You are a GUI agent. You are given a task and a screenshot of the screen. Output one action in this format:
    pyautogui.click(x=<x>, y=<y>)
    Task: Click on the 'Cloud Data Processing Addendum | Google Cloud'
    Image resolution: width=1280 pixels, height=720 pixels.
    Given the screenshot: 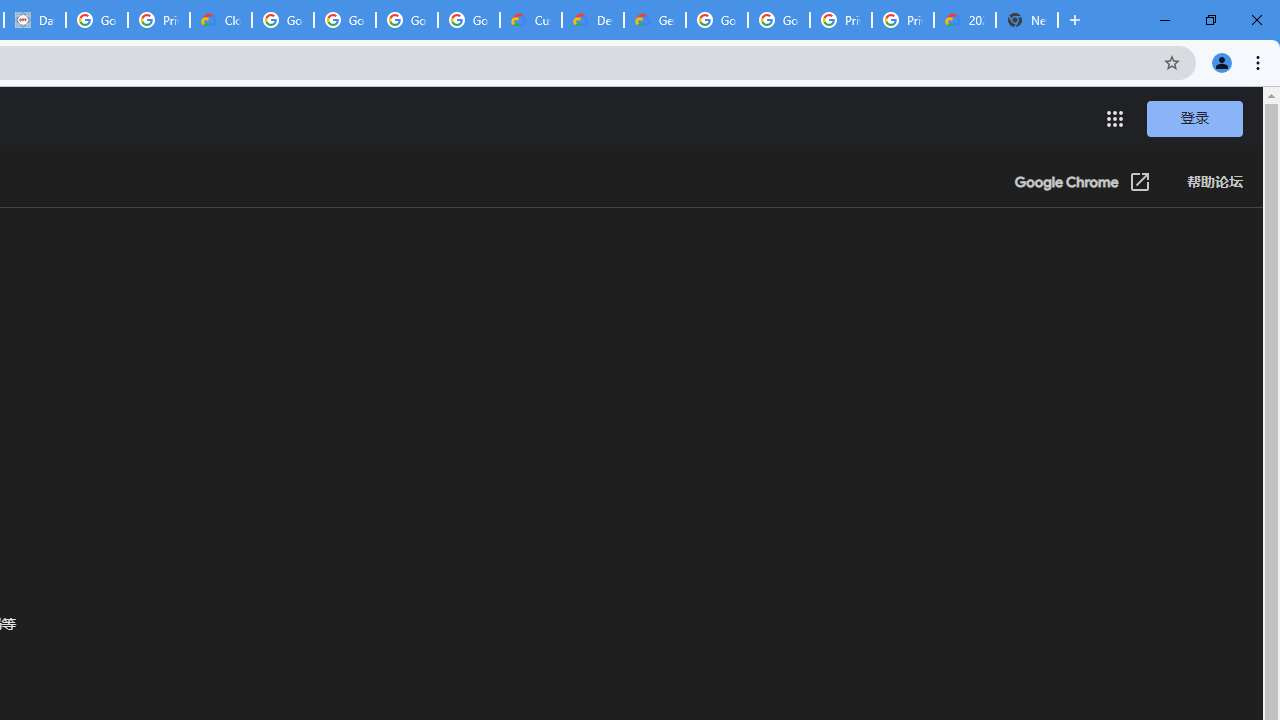 What is the action you would take?
    pyautogui.click(x=220, y=20)
    